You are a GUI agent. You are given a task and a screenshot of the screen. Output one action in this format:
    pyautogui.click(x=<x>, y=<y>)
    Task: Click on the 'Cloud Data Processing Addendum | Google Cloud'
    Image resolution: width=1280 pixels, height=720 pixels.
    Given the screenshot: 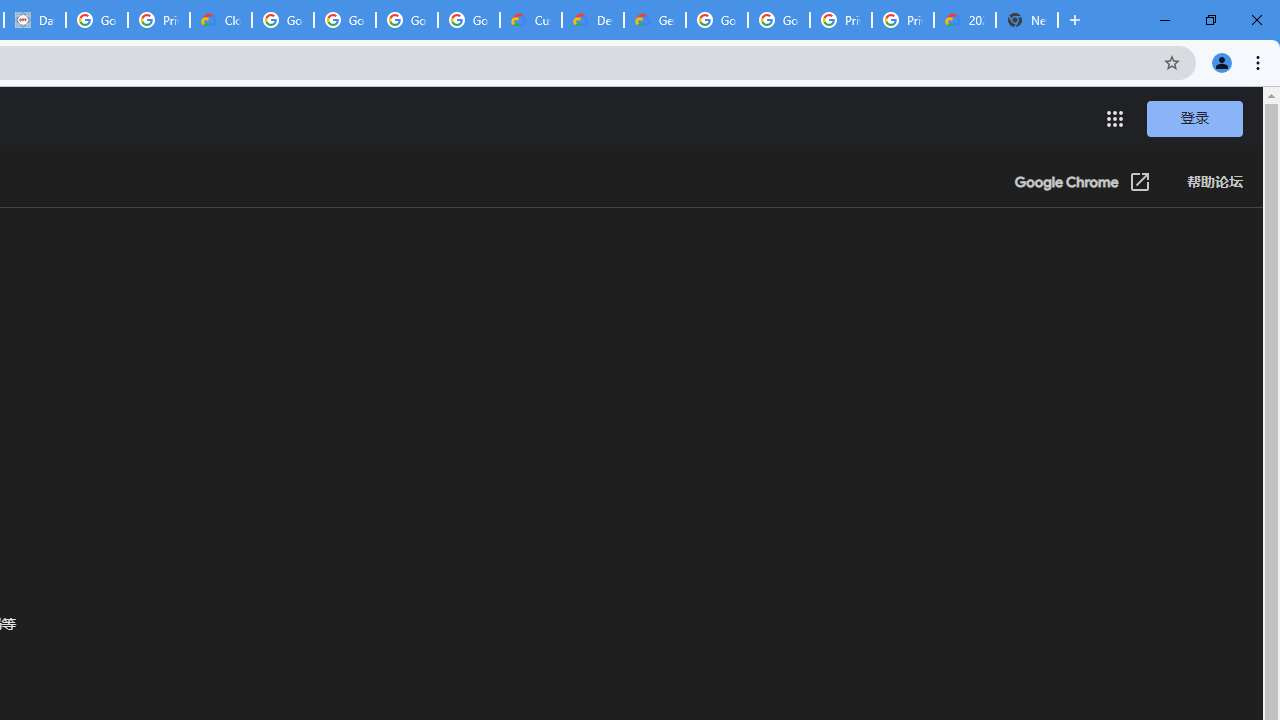 What is the action you would take?
    pyautogui.click(x=220, y=20)
    